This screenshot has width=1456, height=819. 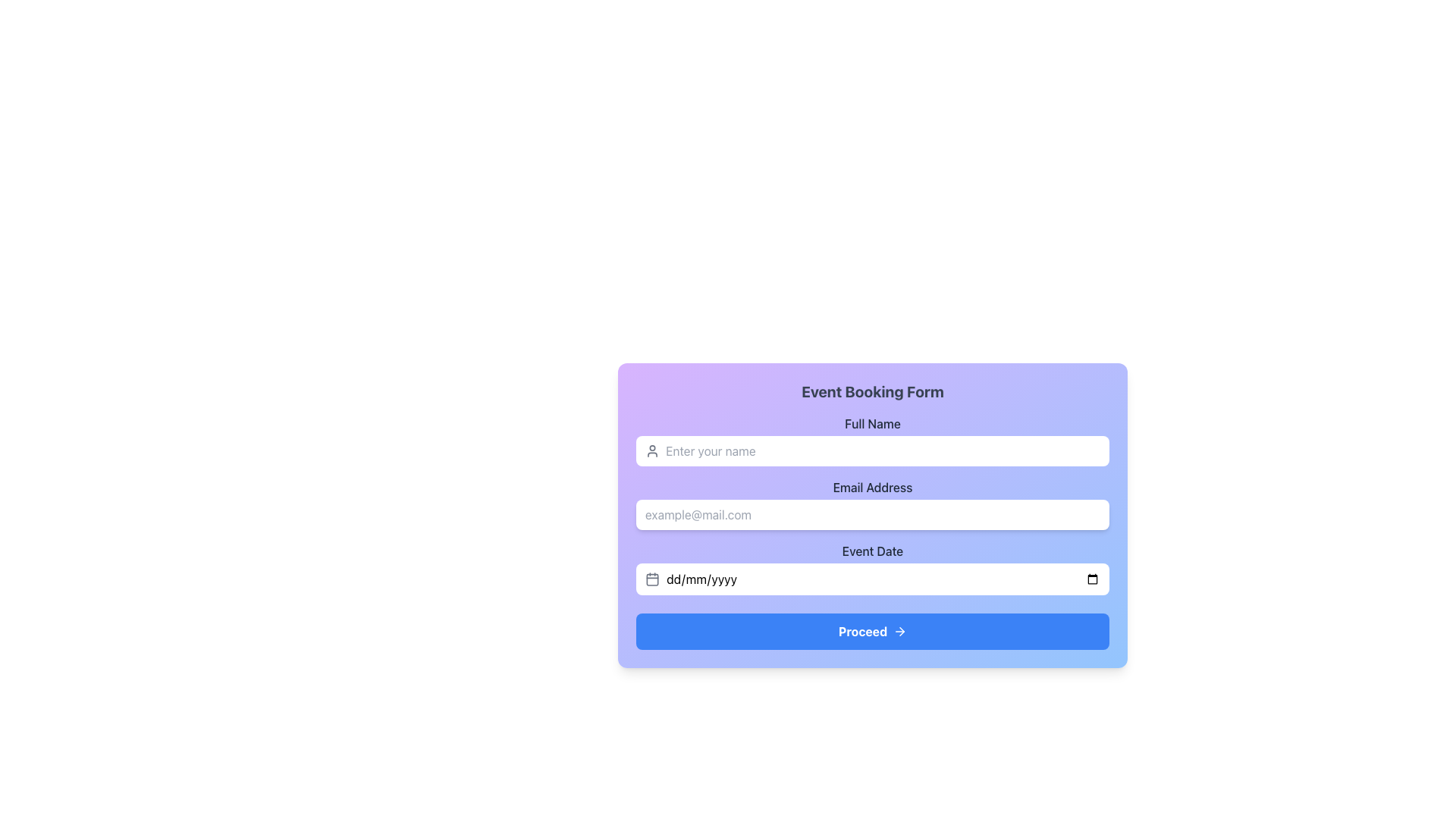 I want to click on the arrowhead icon embedded inside the 'Proceed' button, which indicates progression to the next step, so click(x=902, y=632).